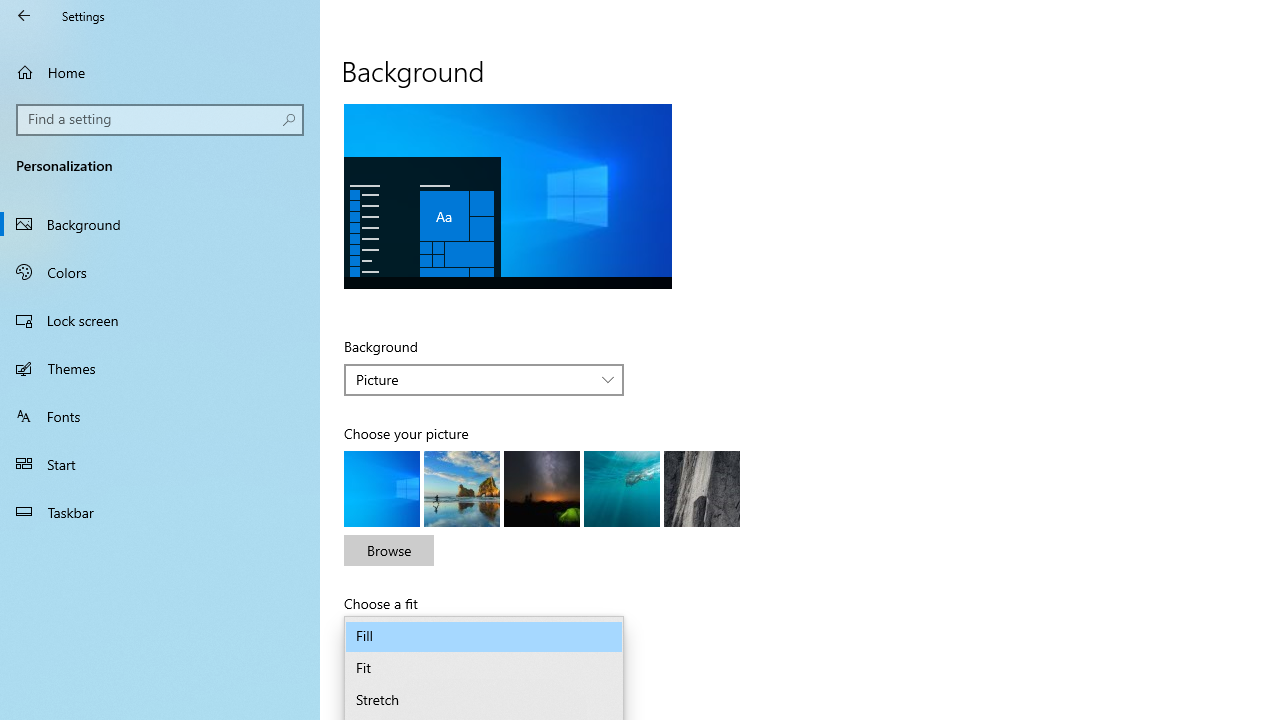 Image resolution: width=1280 pixels, height=720 pixels. I want to click on 'Windows Spotlight Image', so click(702, 488).